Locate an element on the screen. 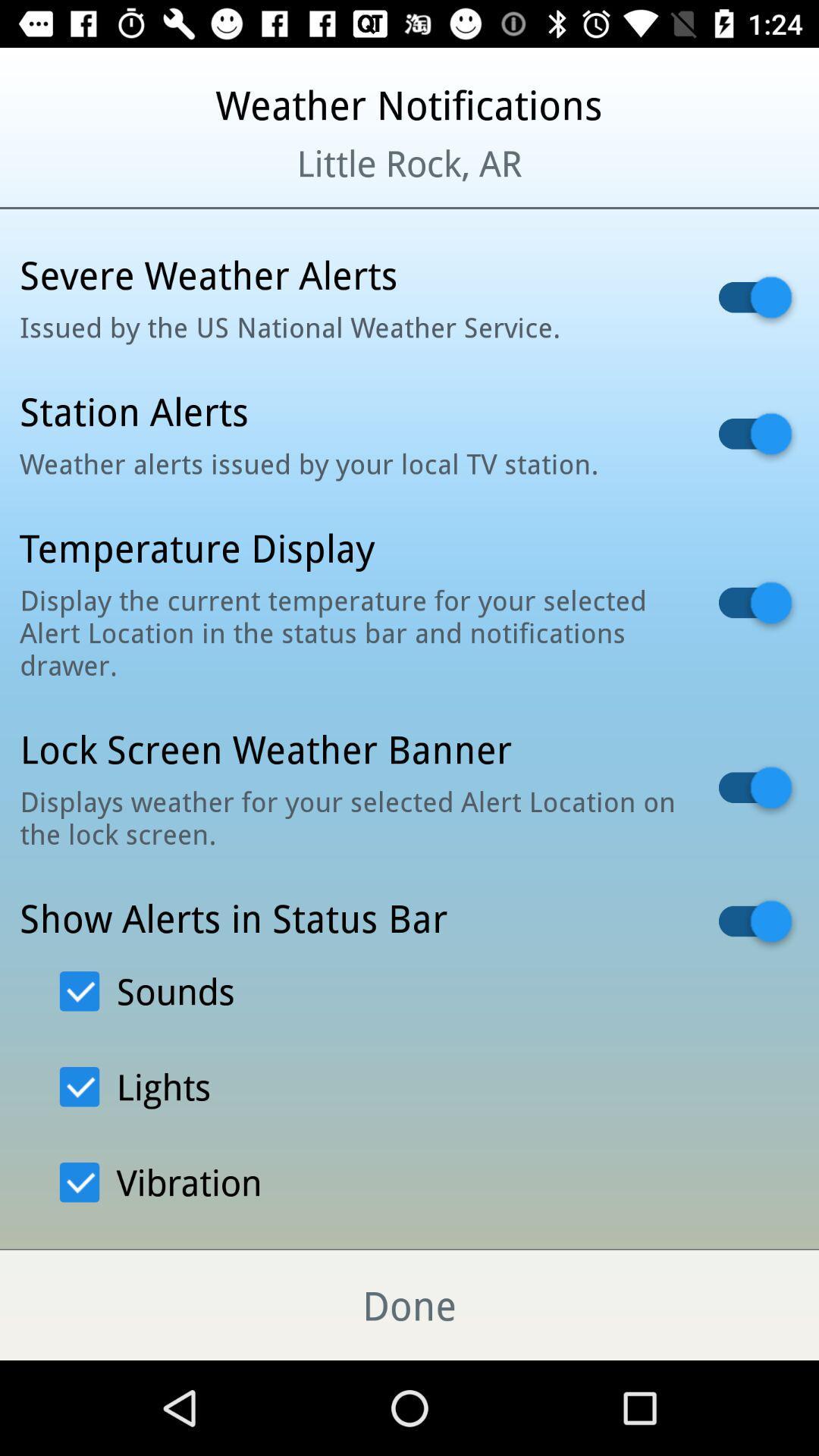 This screenshot has height=1456, width=819. the displays weather for item is located at coordinates (350, 817).